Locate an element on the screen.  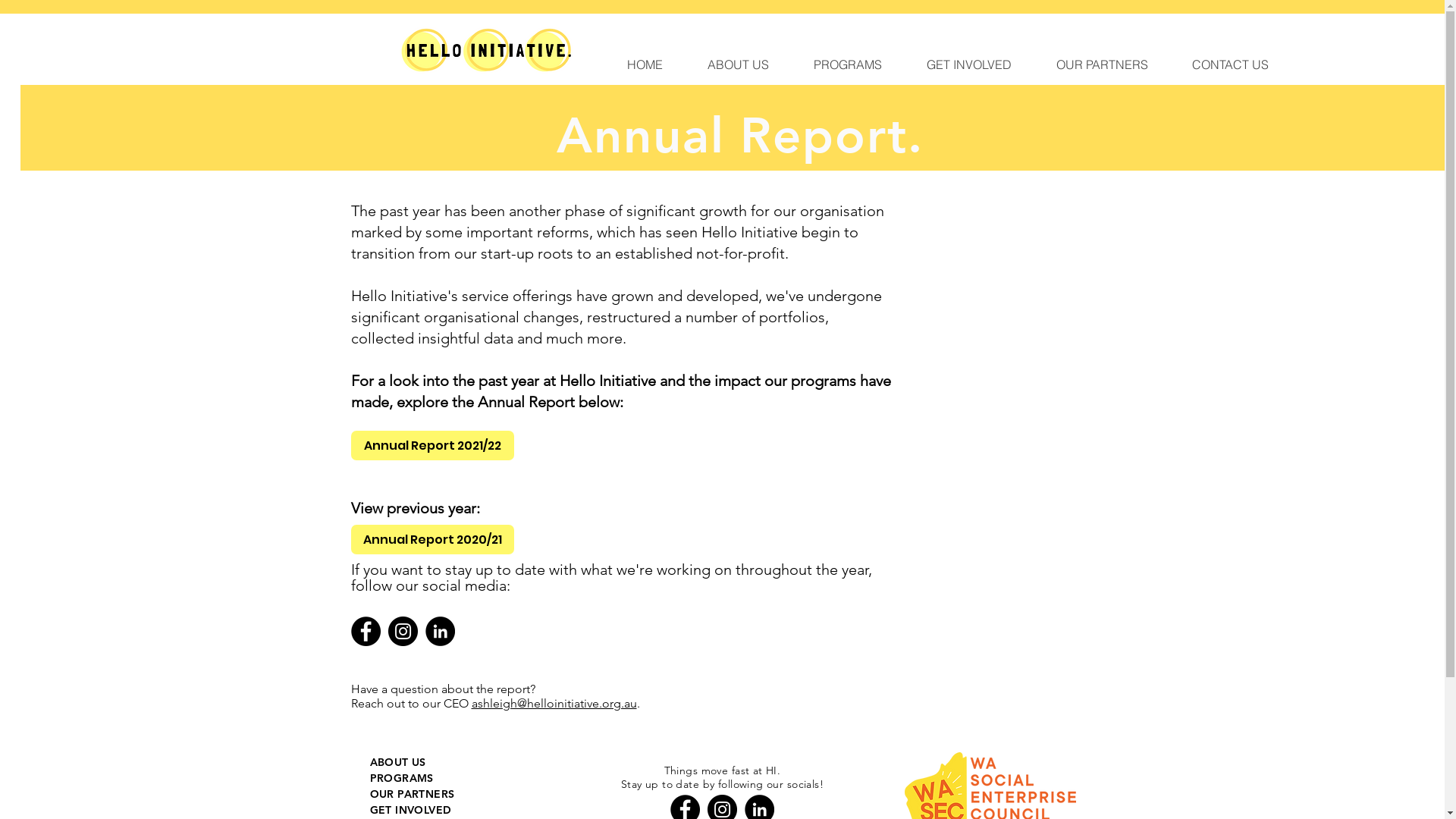
'Annual Report 2021/22' is located at coordinates (349, 444).